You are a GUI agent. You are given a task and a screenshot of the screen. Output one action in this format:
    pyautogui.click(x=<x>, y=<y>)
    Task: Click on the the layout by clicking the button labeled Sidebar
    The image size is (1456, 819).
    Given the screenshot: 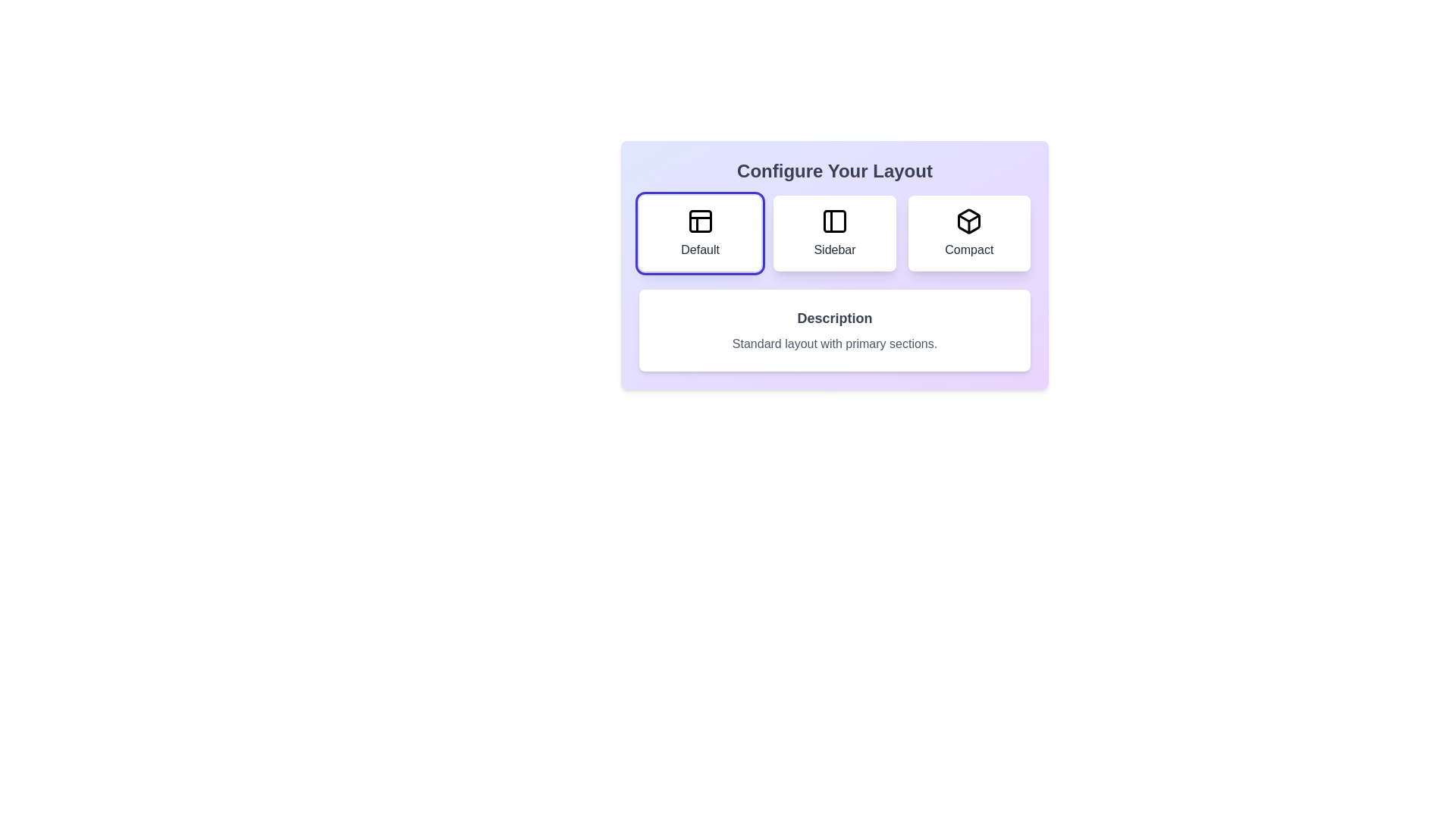 What is the action you would take?
    pyautogui.click(x=833, y=234)
    